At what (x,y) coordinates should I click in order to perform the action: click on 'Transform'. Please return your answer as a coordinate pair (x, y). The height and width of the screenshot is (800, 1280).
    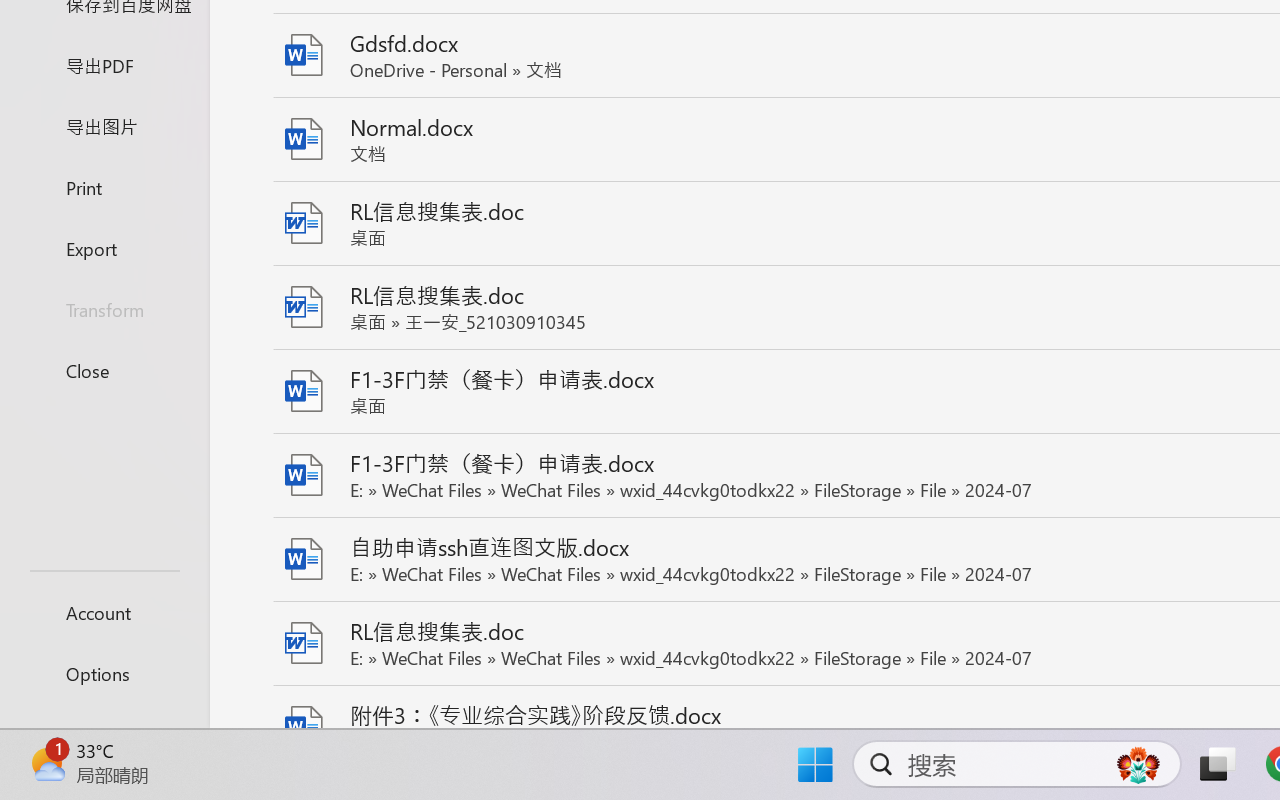
    Looking at the image, I should click on (103, 308).